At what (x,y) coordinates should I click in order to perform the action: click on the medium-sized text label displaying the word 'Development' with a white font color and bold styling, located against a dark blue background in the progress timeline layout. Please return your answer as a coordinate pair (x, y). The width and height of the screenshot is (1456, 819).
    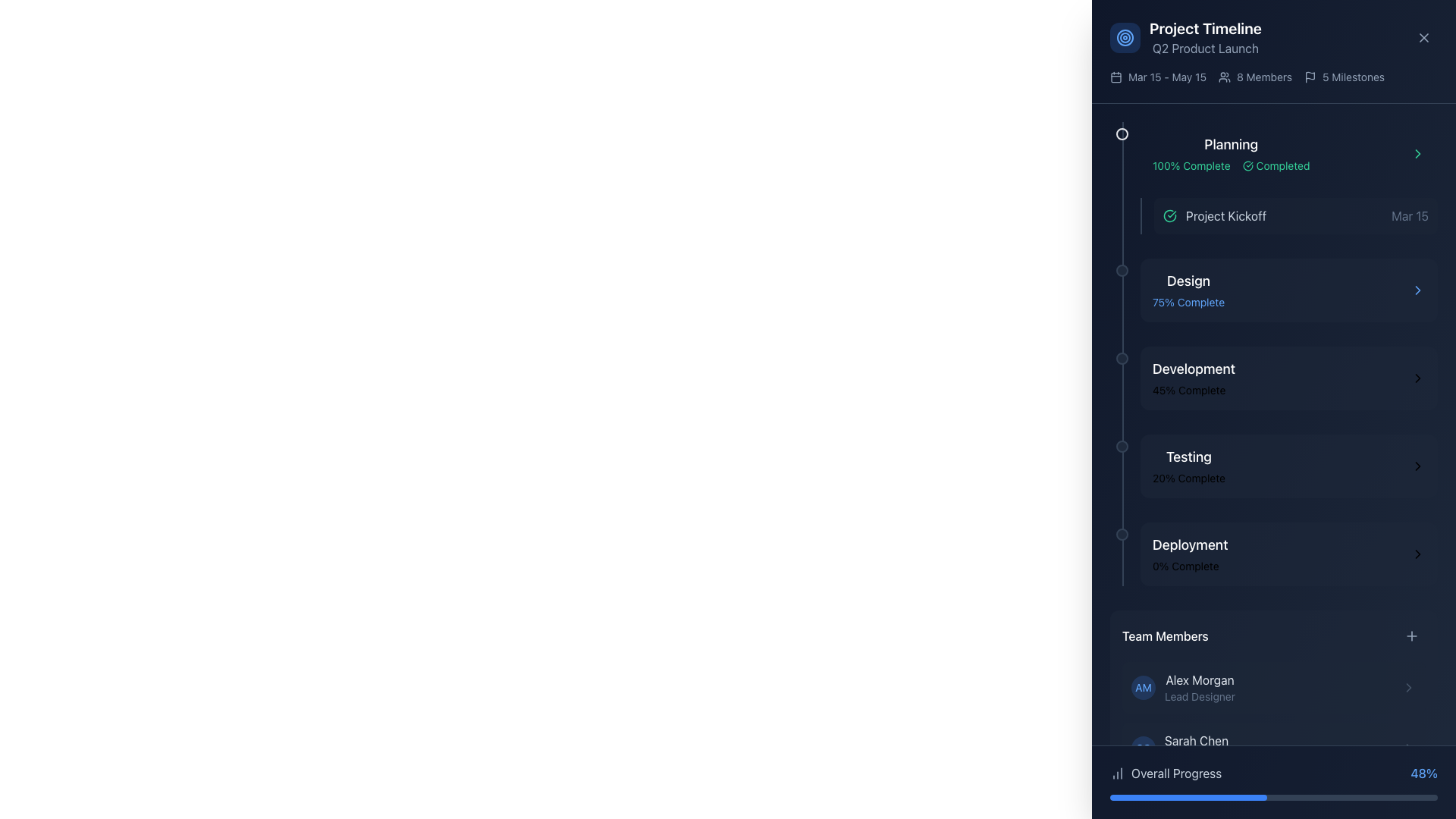
    Looking at the image, I should click on (1193, 369).